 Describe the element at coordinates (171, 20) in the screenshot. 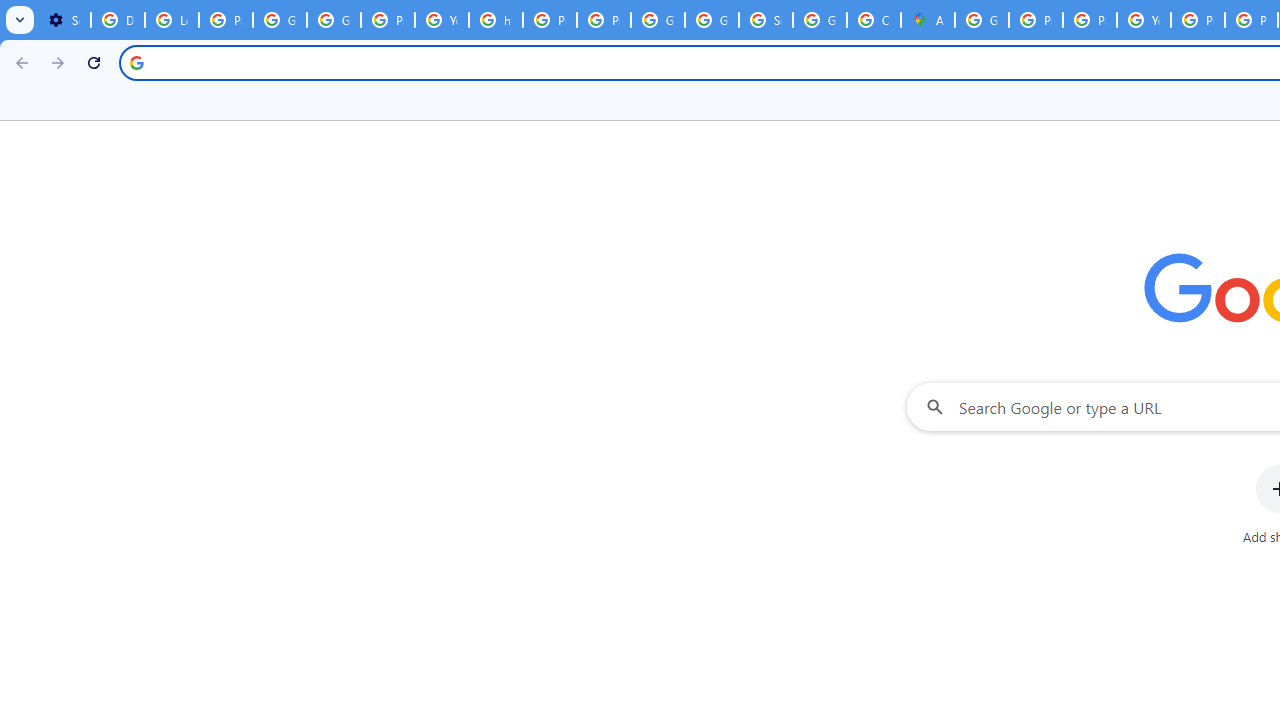

I see `'Learn how to find your photos - Google Photos Help'` at that location.